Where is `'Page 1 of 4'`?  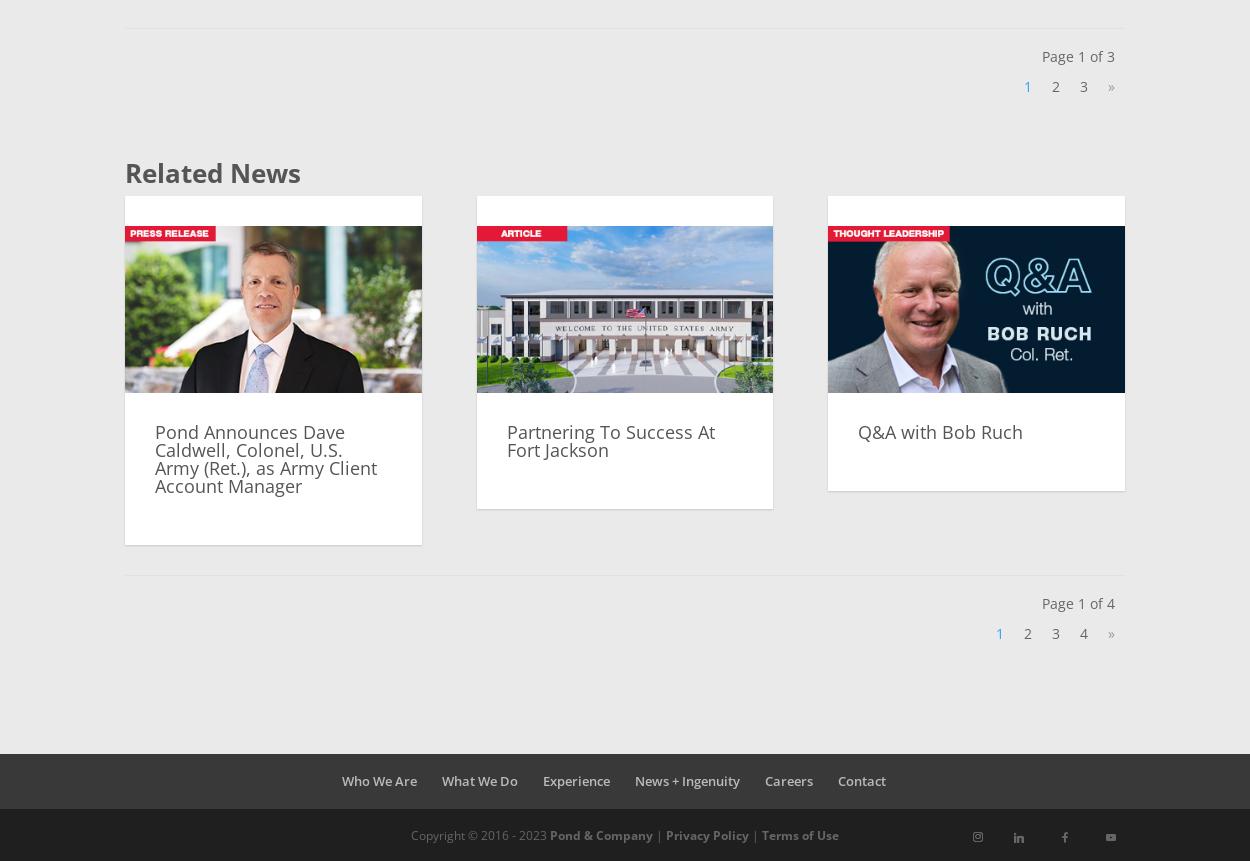 'Page 1 of 4' is located at coordinates (1042, 602).